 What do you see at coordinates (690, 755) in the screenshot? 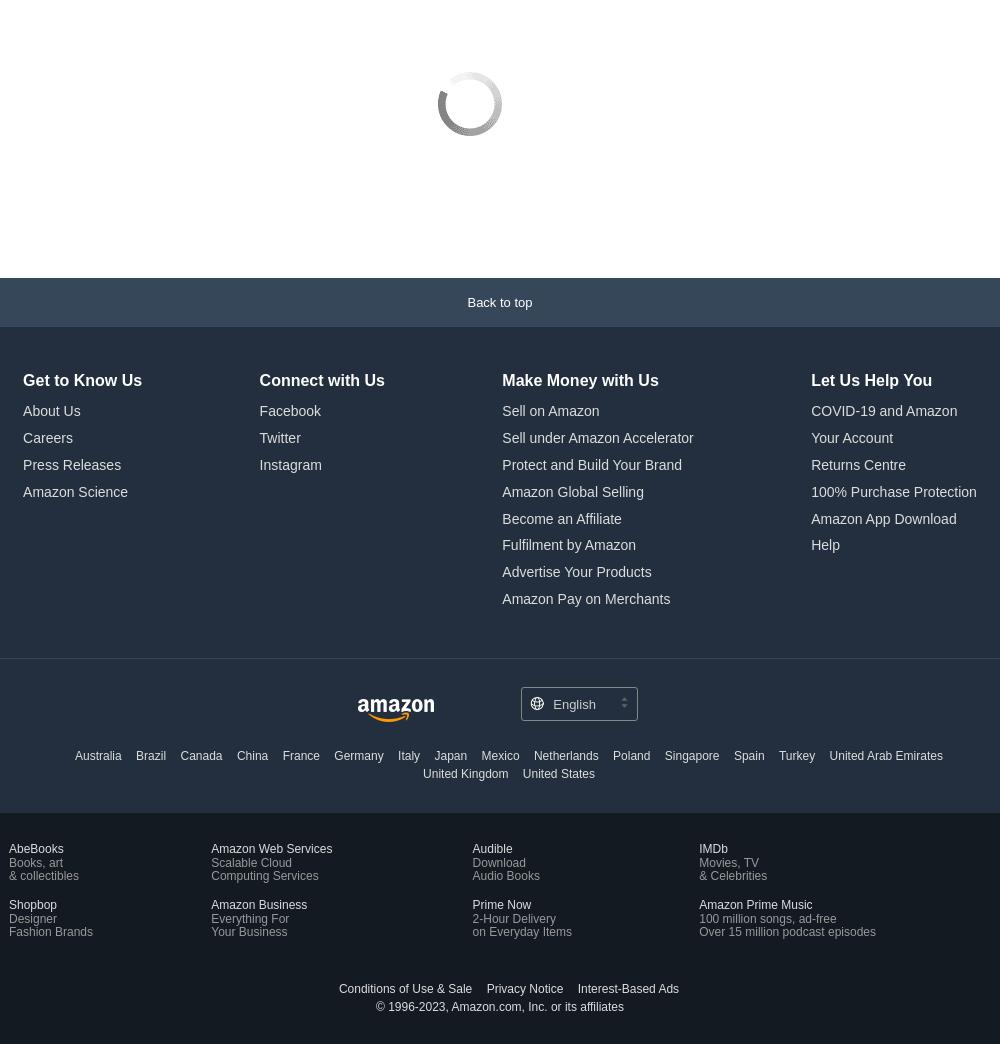
I see `'Singapore'` at bounding box center [690, 755].